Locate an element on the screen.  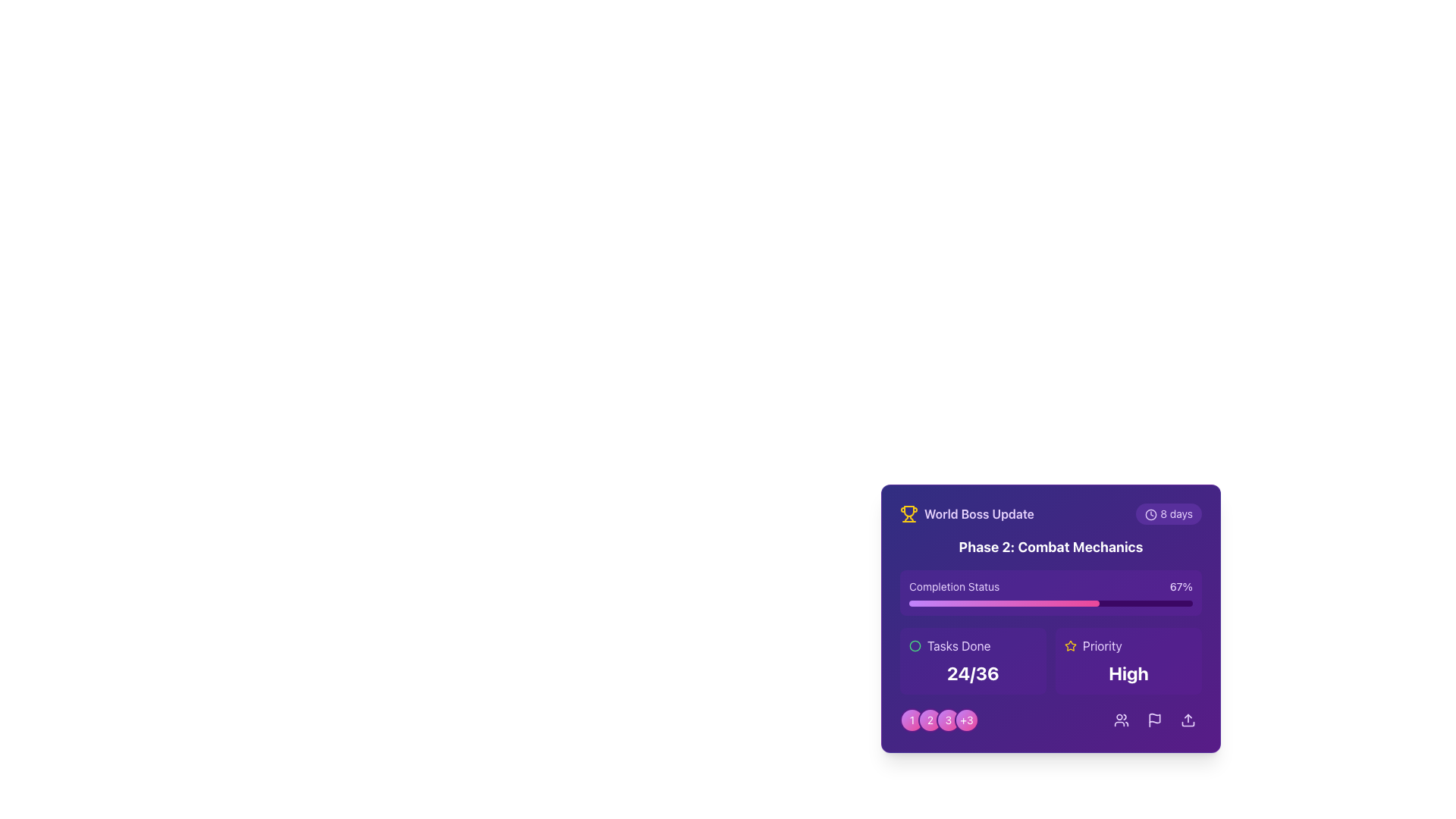
the informational label indicating '8 days' located in the top-right corner of the purple card for 'World Boss Update' is located at coordinates (1168, 513).